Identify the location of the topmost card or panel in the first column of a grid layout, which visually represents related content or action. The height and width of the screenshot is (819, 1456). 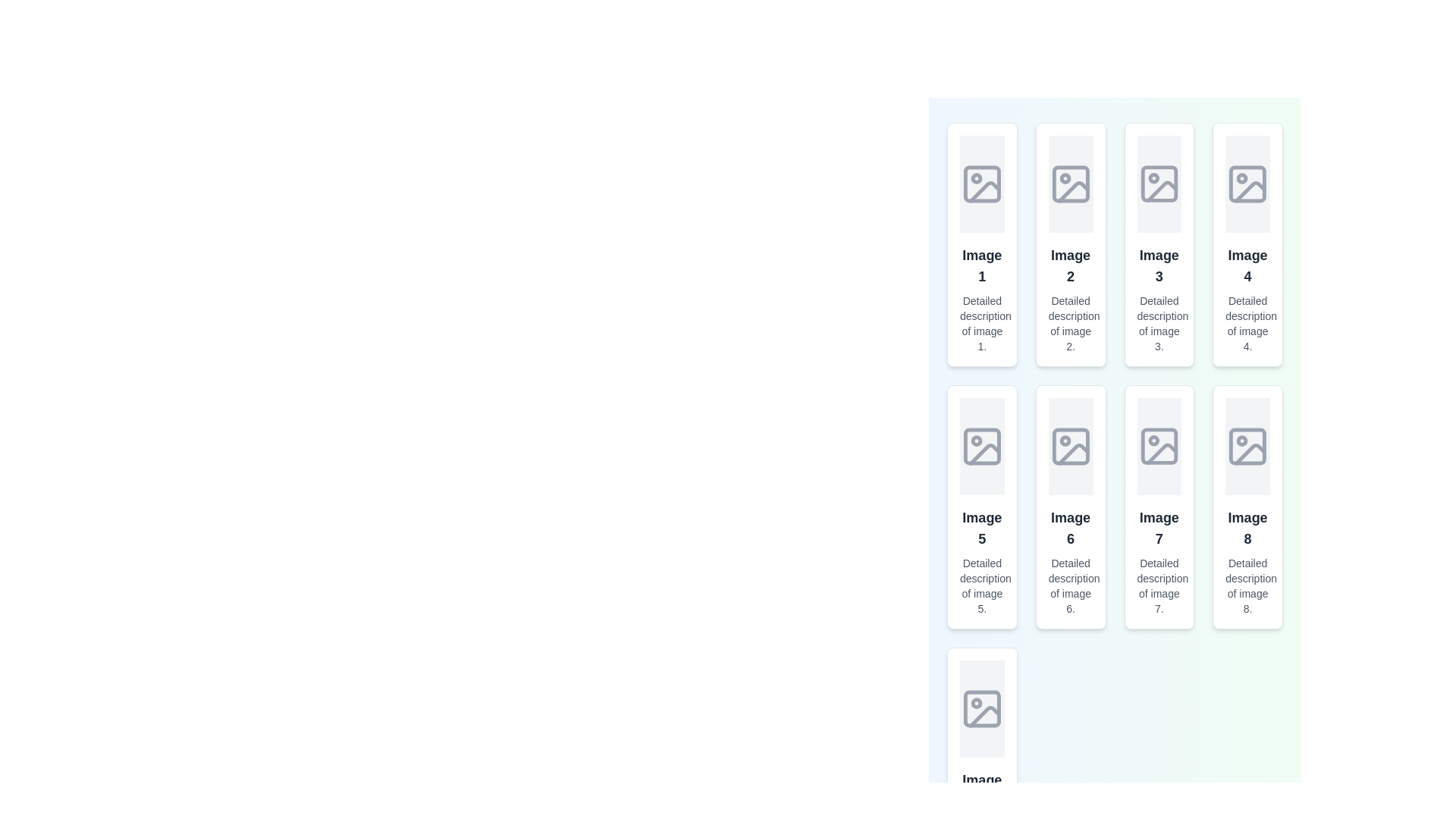
(982, 244).